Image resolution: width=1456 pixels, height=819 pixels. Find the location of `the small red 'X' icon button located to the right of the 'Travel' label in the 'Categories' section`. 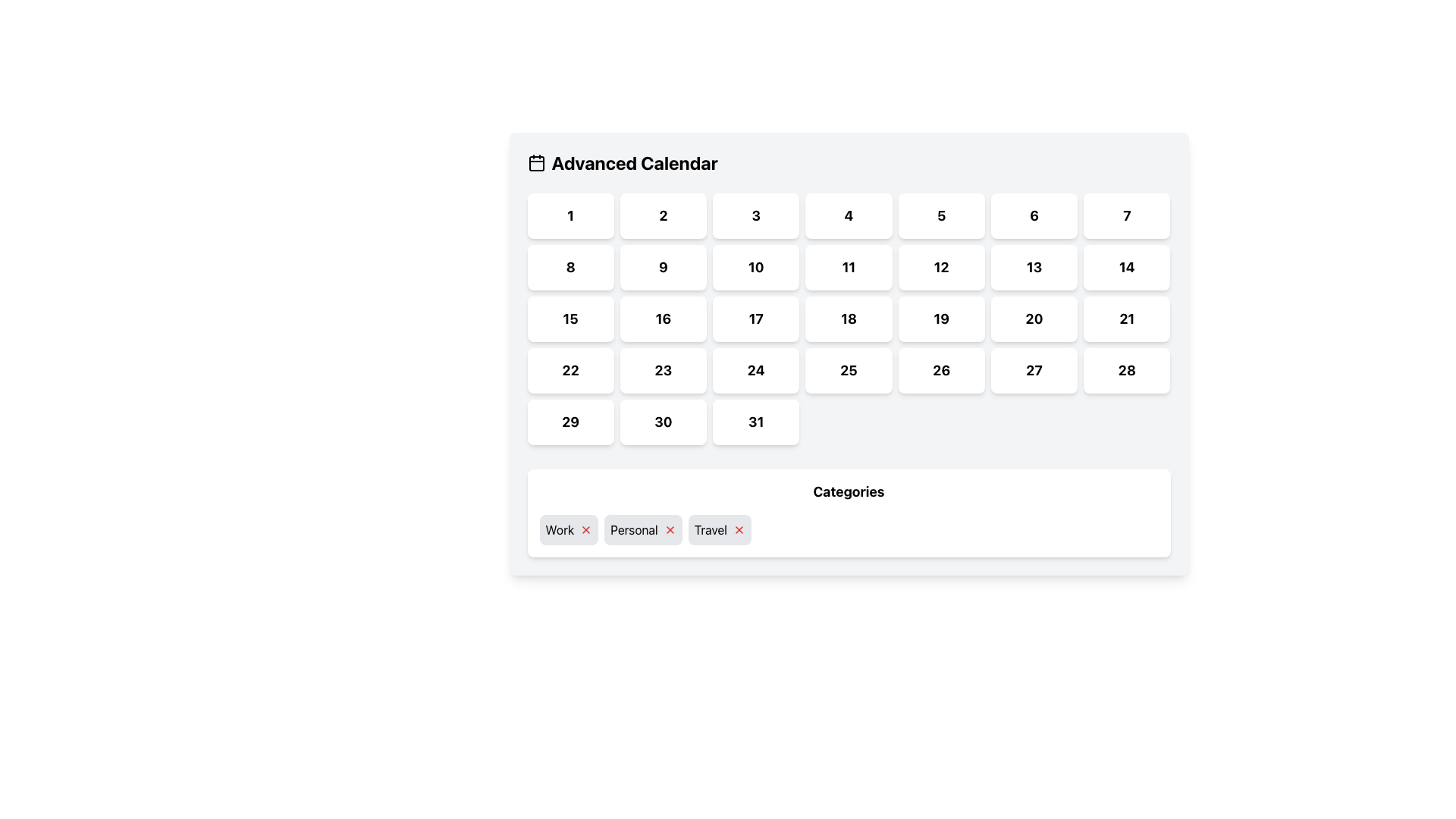

the small red 'X' icon button located to the right of the 'Travel' label in the 'Categories' section is located at coordinates (739, 529).